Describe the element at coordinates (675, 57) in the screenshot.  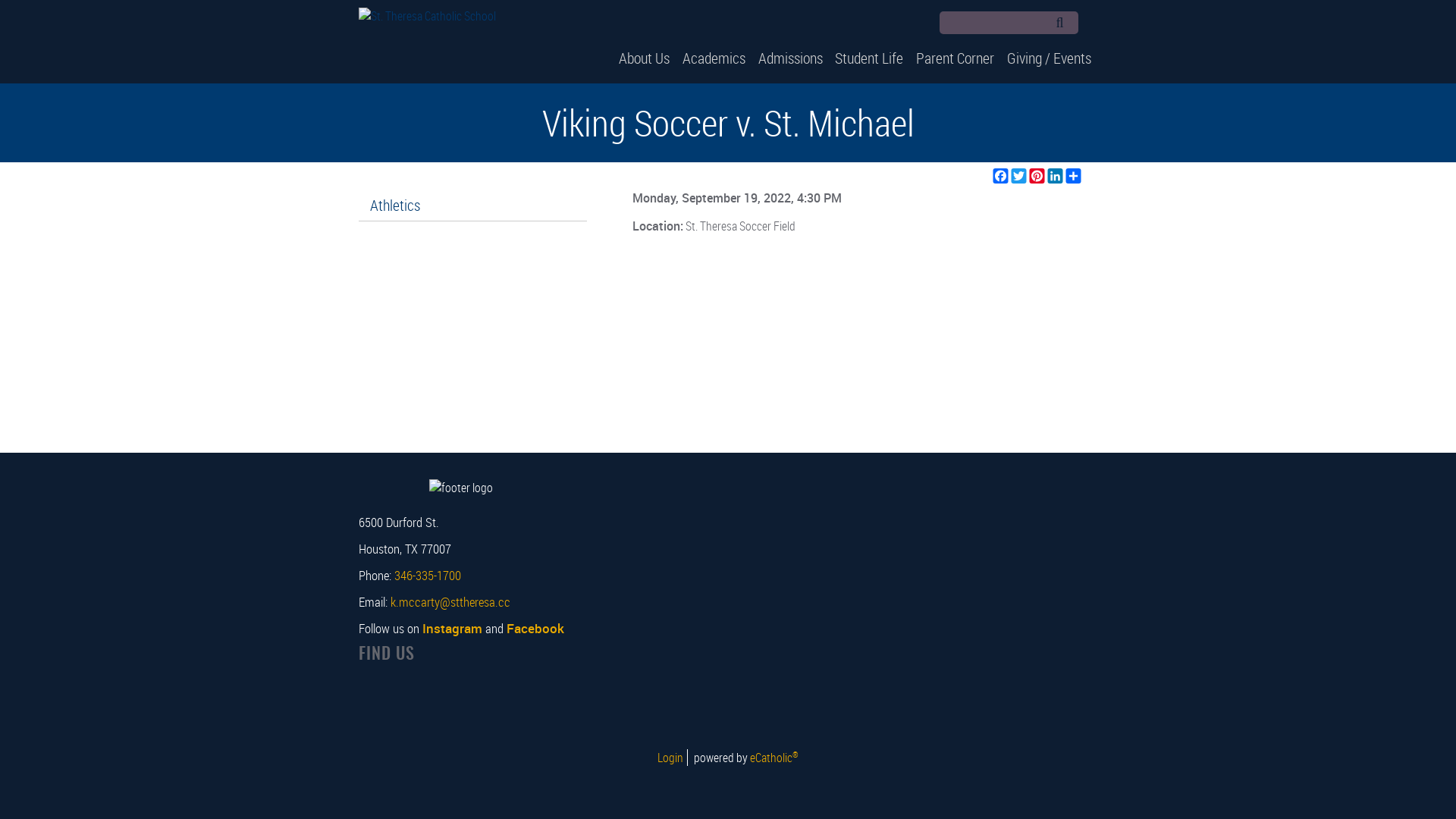
I see `'Academics'` at that location.